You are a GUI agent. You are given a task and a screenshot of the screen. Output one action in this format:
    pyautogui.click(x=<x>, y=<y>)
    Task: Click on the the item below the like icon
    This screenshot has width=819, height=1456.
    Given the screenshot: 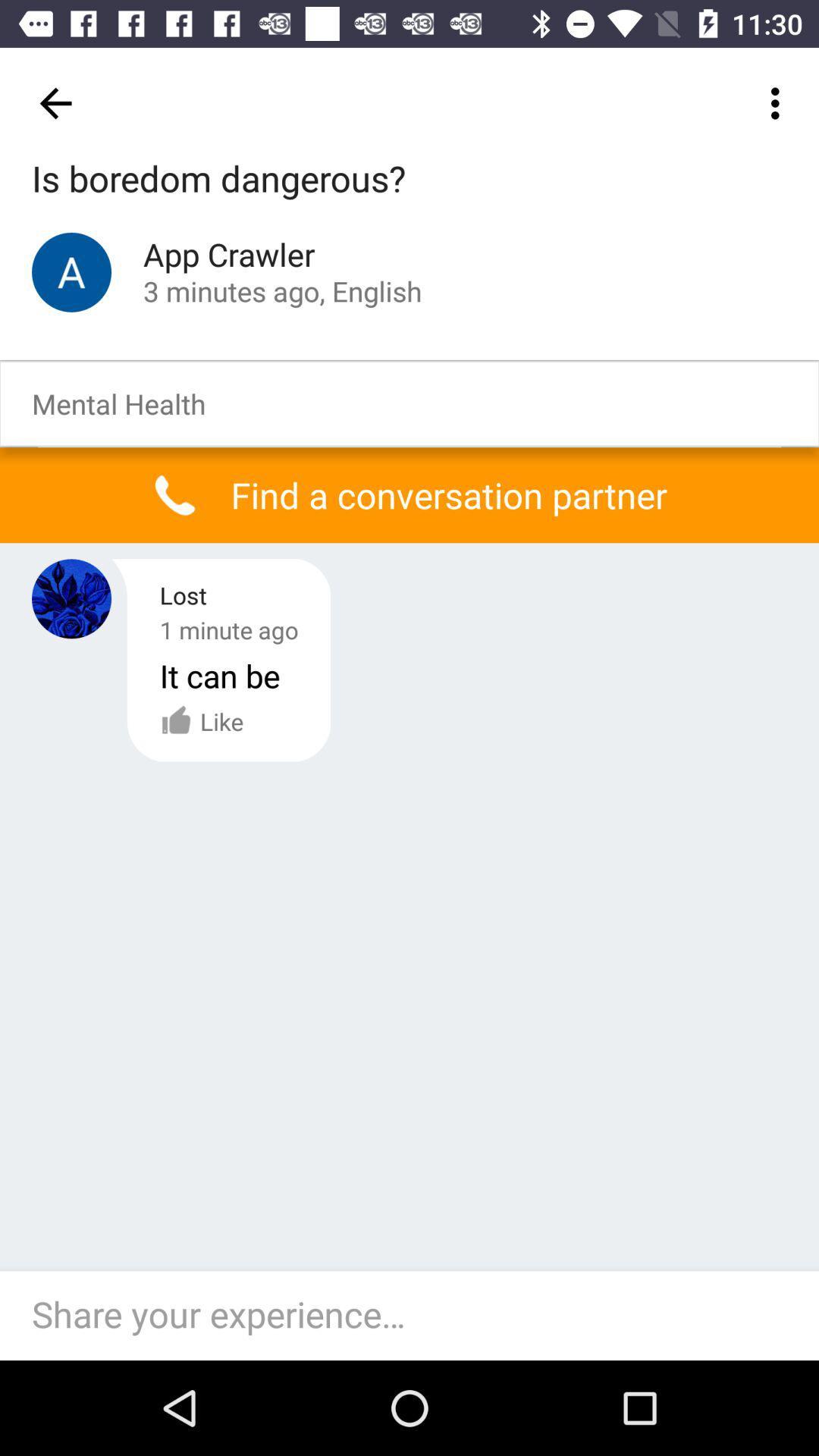 What is the action you would take?
    pyautogui.click(x=417, y=1315)
    